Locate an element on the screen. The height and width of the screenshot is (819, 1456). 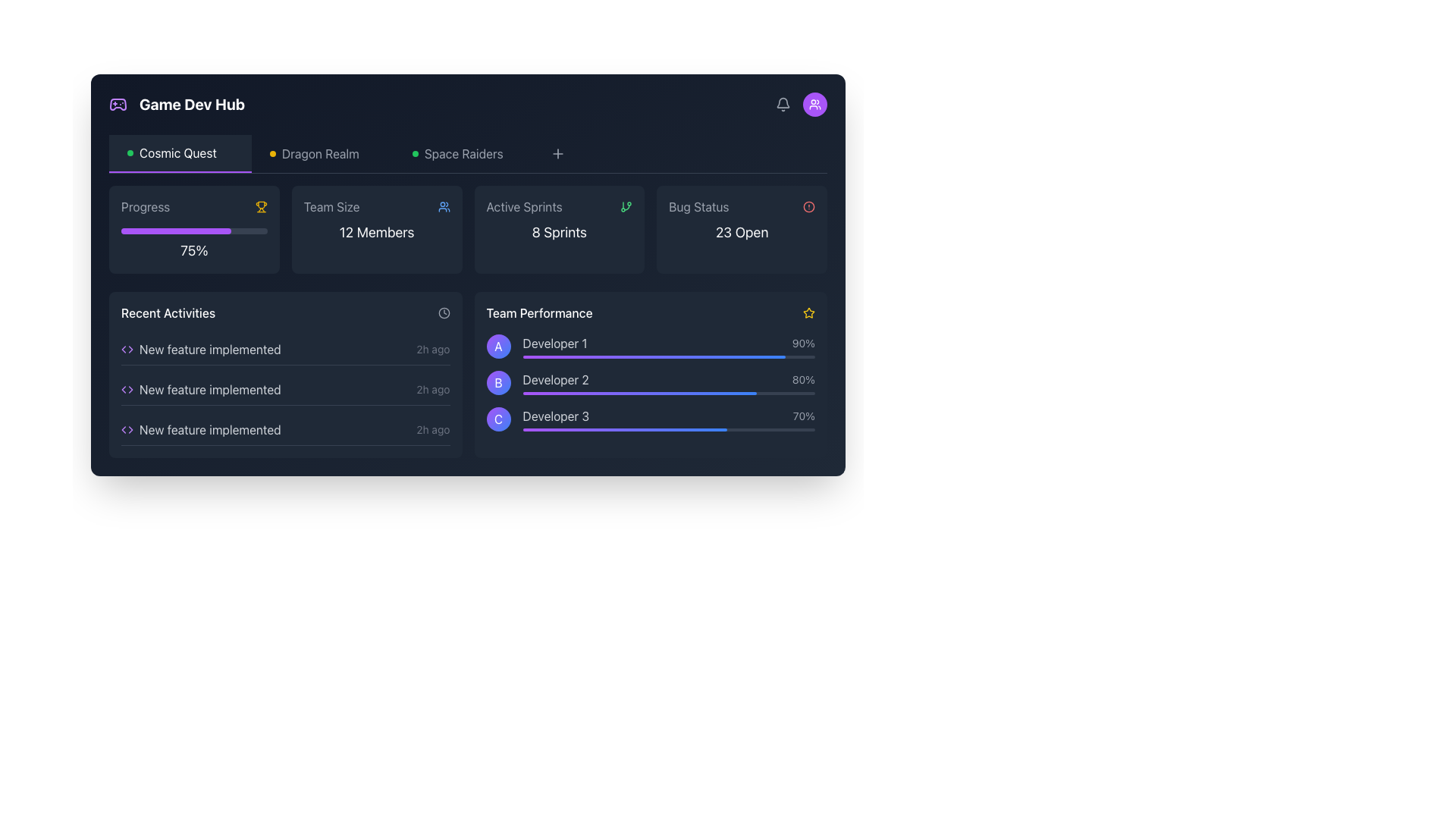
the first progress bar in the 'Team Performance' section, which visually represents 'Developer 1' and shows '90%' is located at coordinates (668, 356).